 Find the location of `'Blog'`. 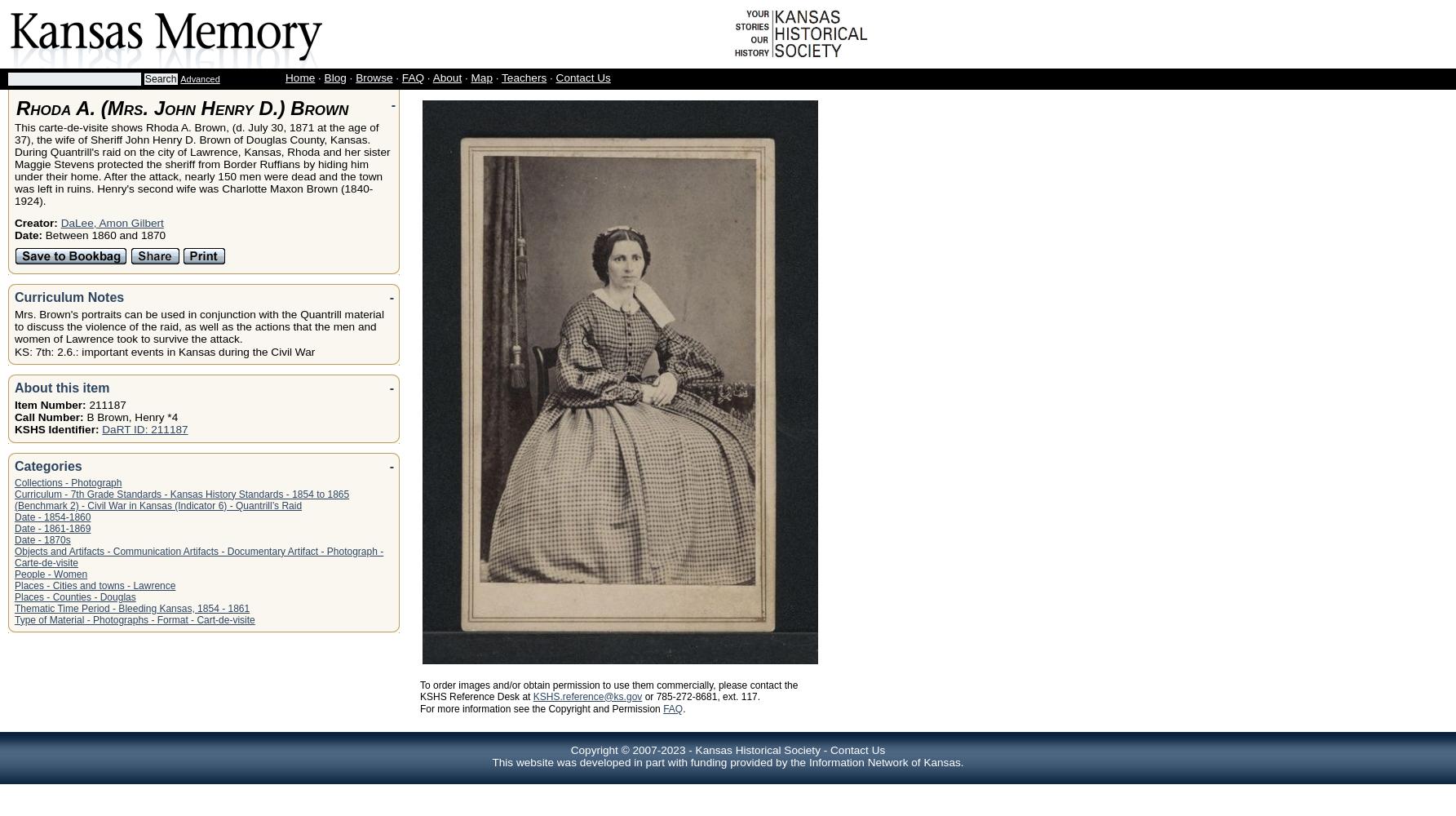

'Blog' is located at coordinates (334, 77).